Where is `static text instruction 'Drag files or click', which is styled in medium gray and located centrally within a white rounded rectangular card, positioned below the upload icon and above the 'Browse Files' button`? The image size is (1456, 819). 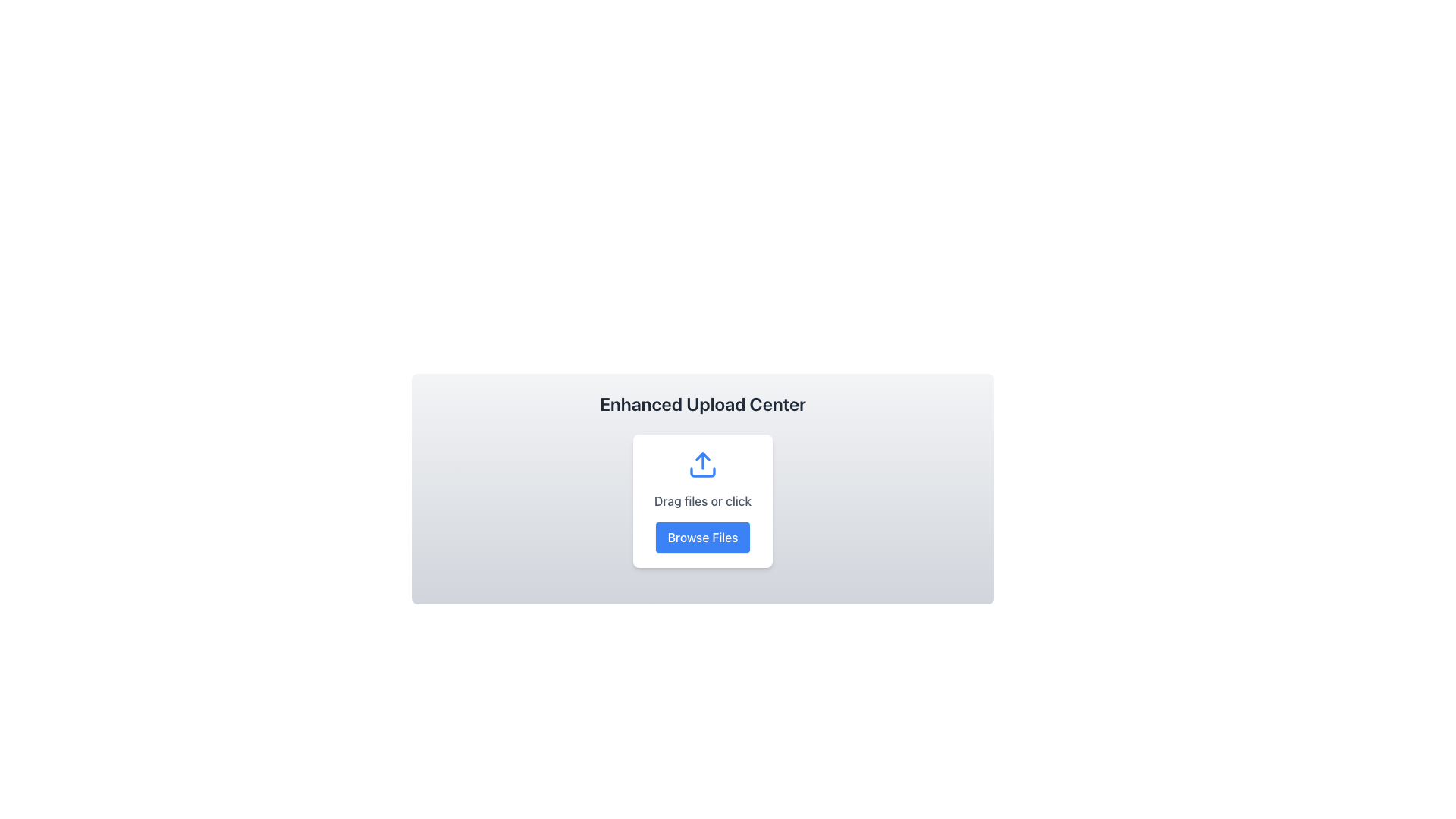 static text instruction 'Drag files or click', which is styled in medium gray and located centrally within a white rounded rectangular card, positioned below the upload icon and above the 'Browse Files' button is located at coordinates (701, 500).